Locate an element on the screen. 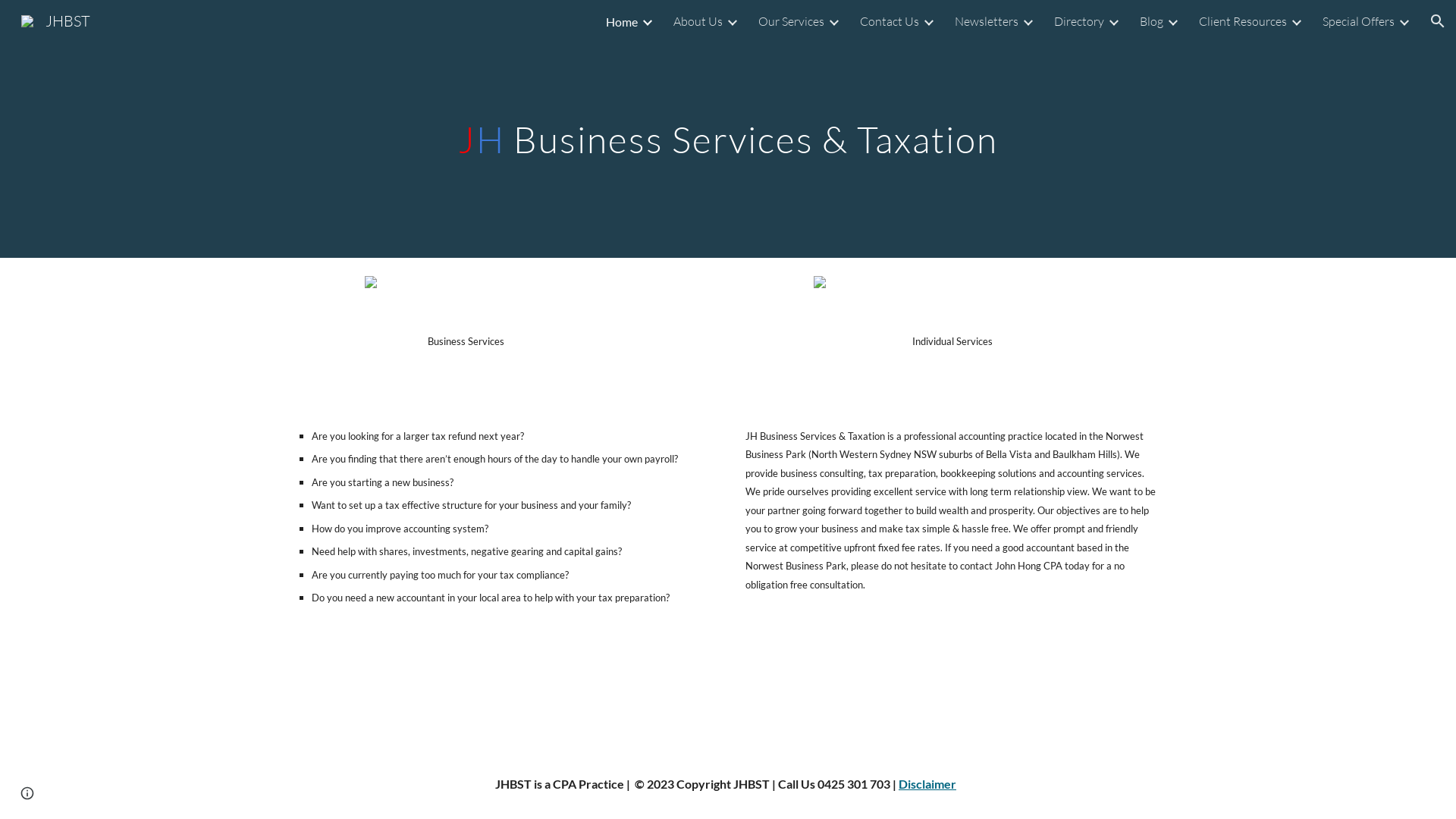  'Client Resources' is located at coordinates (1242, 20).